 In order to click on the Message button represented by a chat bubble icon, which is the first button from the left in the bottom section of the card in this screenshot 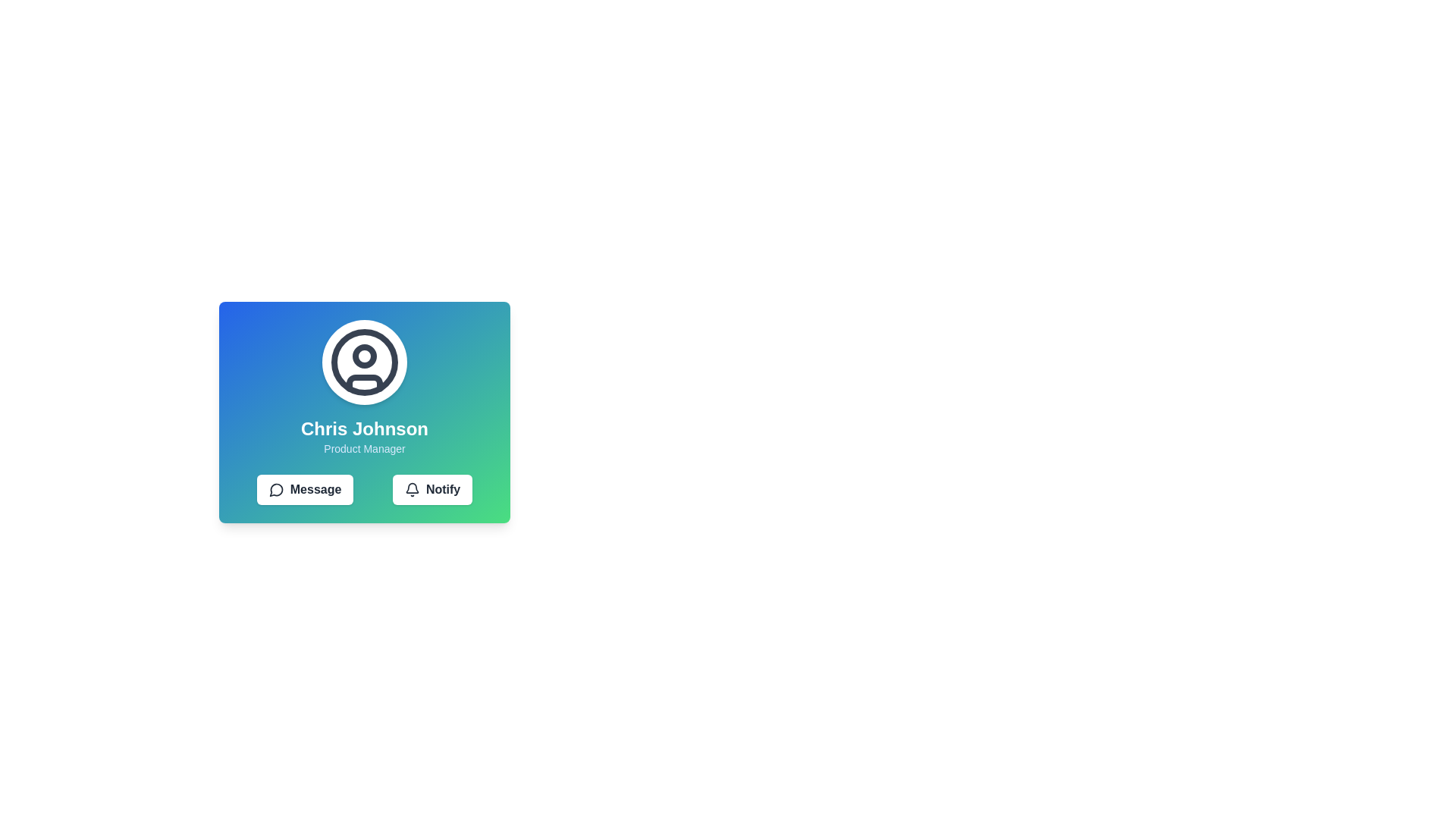, I will do `click(276, 490)`.